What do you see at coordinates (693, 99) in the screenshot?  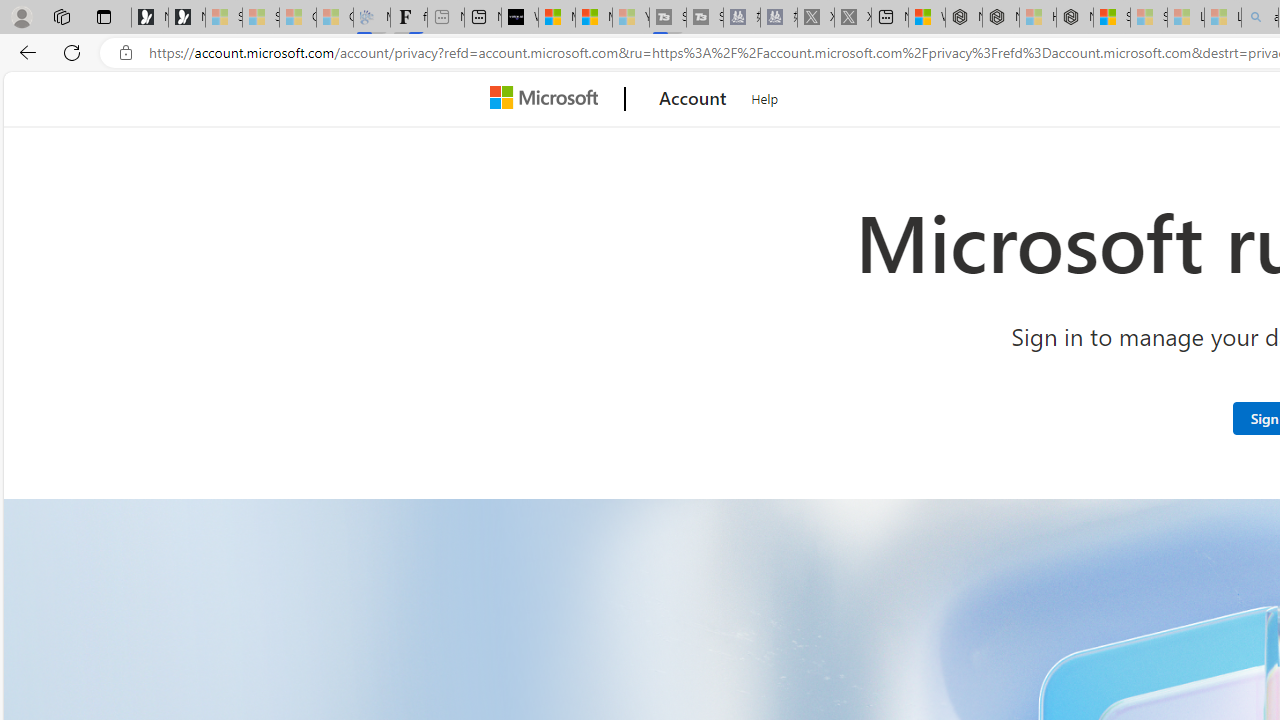 I see `'Account'` at bounding box center [693, 99].